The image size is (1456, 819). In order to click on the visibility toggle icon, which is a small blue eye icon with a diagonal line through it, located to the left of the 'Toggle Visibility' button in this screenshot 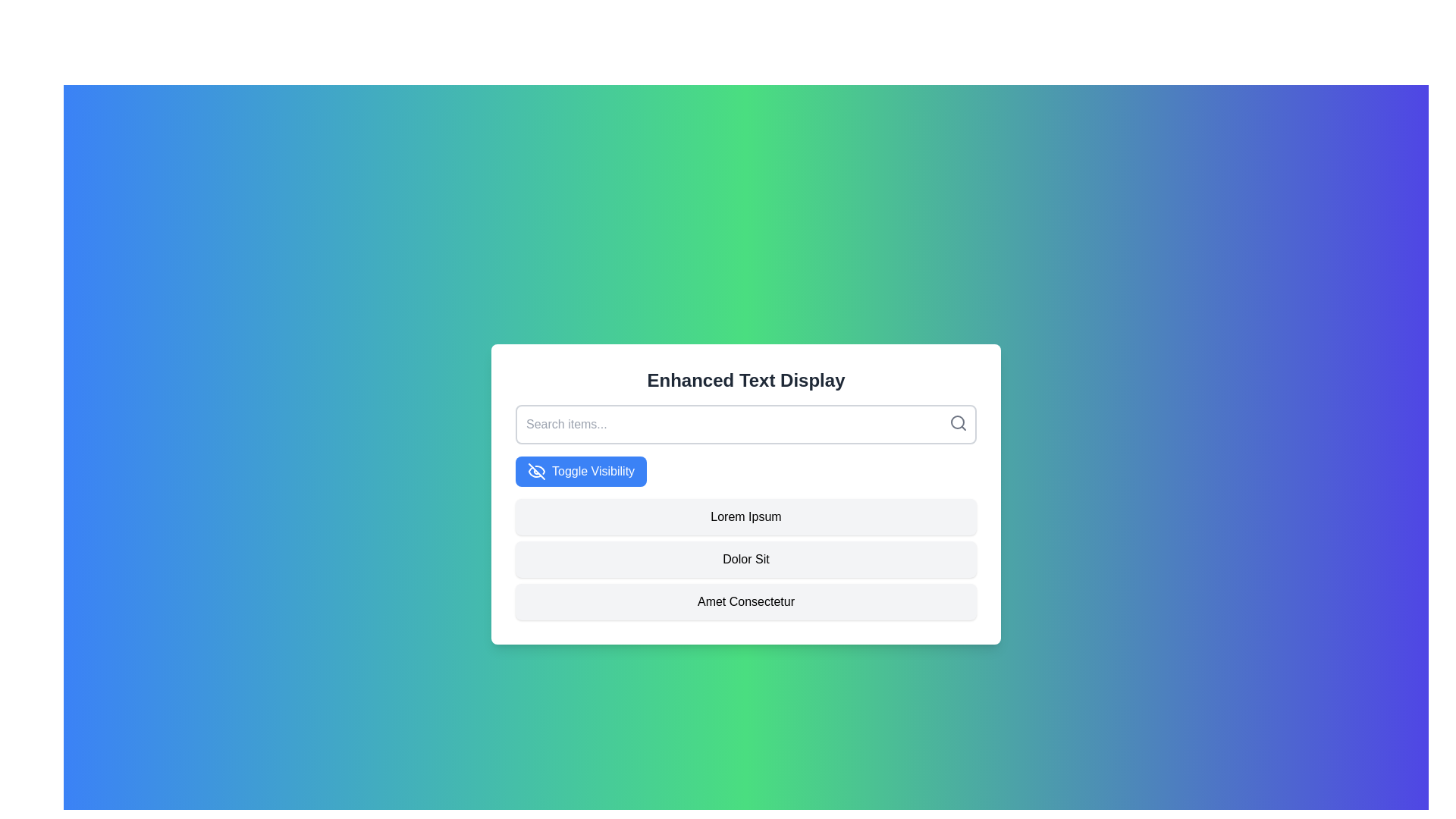, I will do `click(537, 470)`.